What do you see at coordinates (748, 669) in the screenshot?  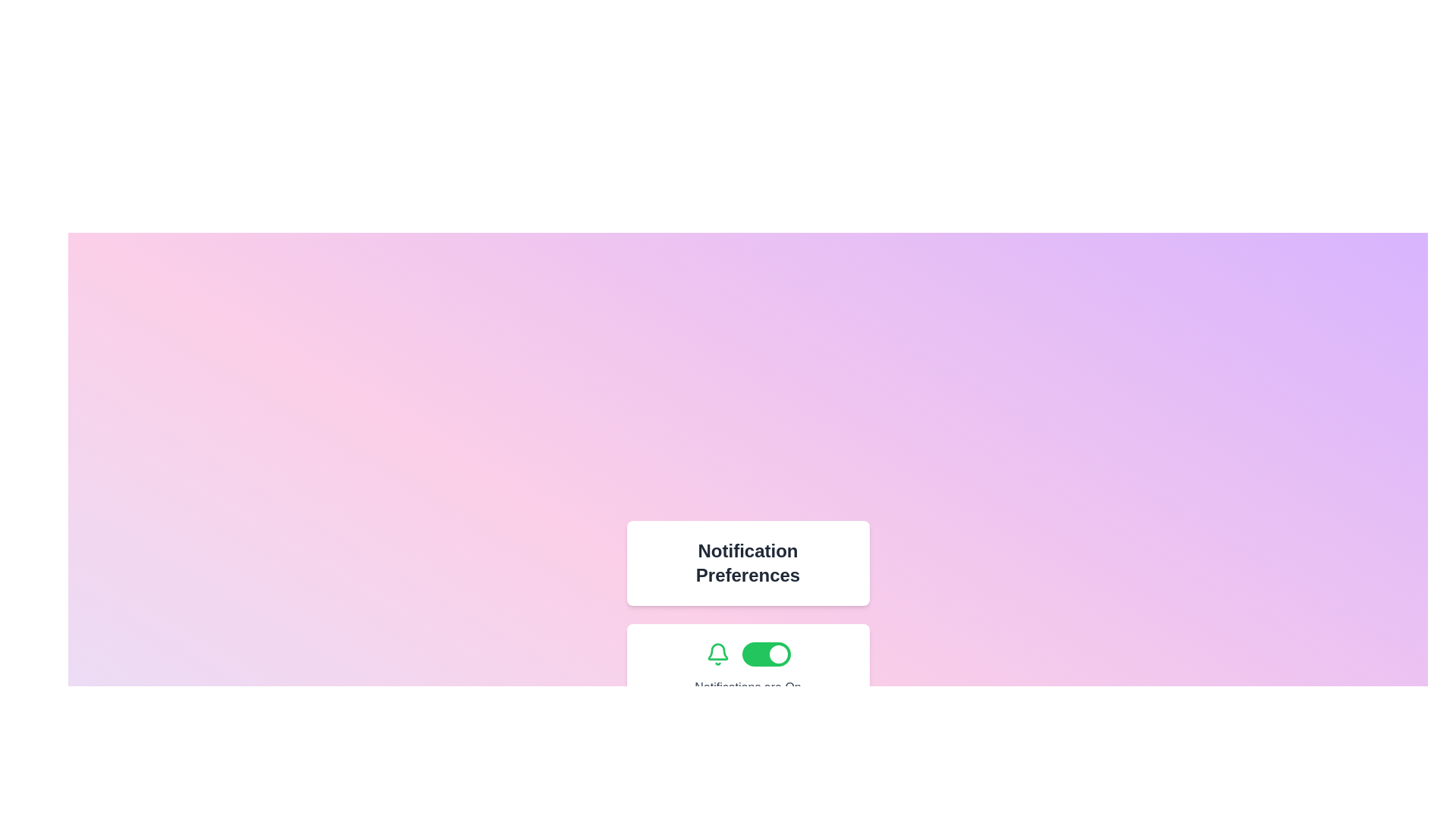 I see `label text of the toggle switch indicating 'Notifications are On' which is visually aligned with a bell icon and located within the Notification Preferences card` at bounding box center [748, 669].